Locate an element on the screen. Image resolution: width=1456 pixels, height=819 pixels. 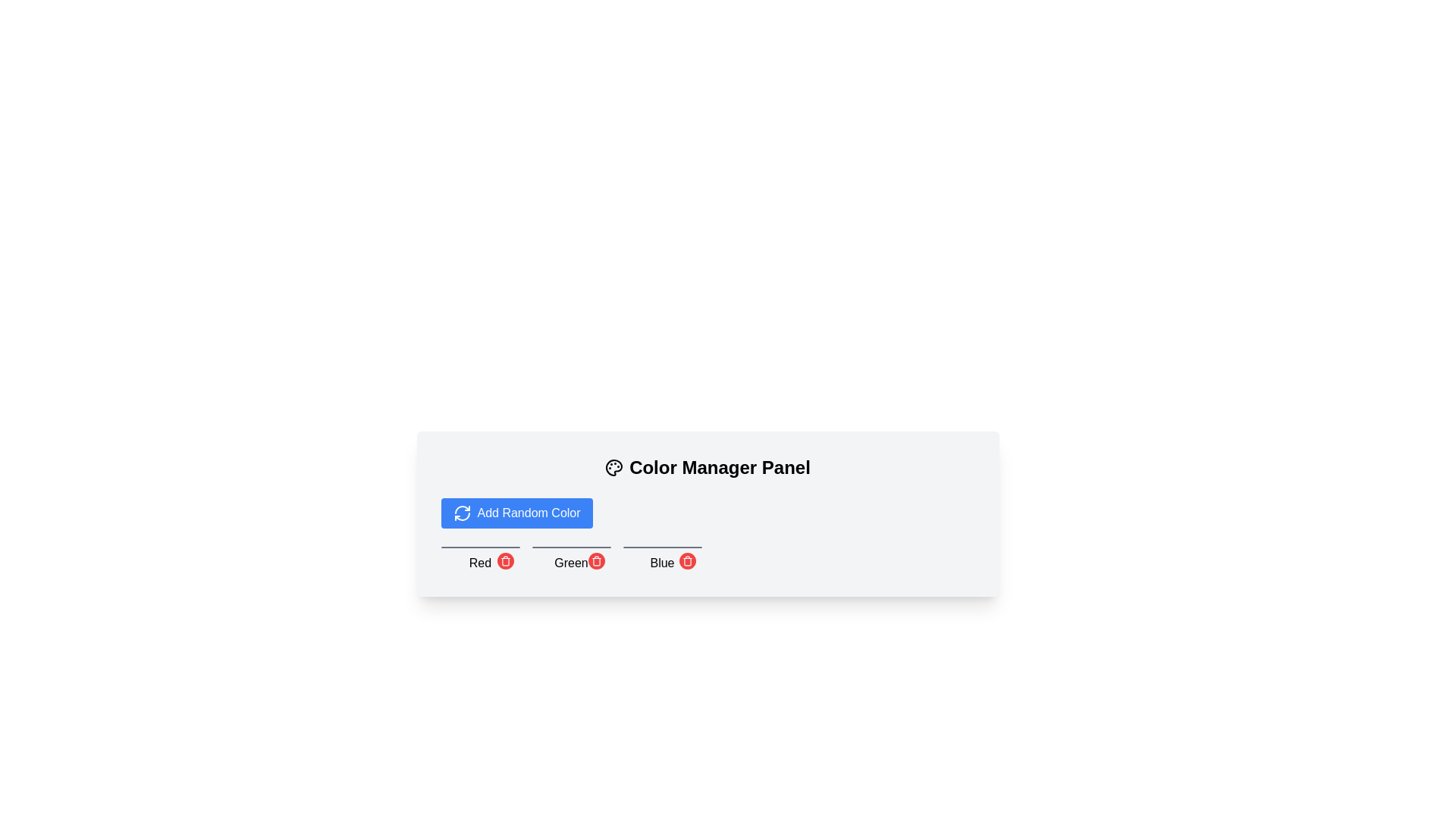
the small red circular button with a white trash can icon located in the top-right corner of the 'Red' section in the 'Color Manager Panel' is located at coordinates (505, 561).